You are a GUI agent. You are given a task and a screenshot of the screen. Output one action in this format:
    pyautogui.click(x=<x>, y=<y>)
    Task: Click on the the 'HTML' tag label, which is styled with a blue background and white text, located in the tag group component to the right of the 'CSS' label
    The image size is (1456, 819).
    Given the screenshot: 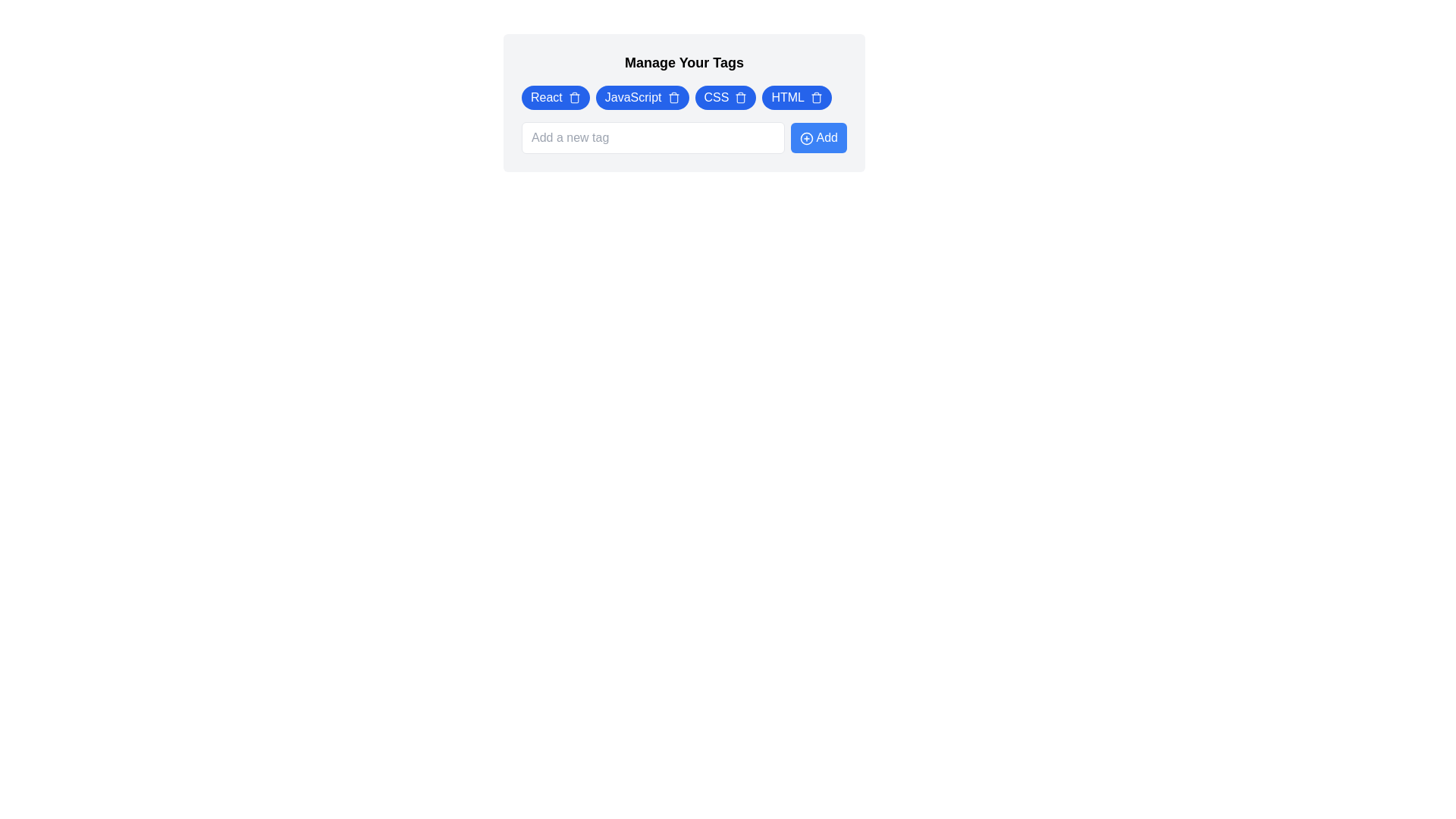 What is the action you would take?
    pyautogui.click(x=788, y=97)
    